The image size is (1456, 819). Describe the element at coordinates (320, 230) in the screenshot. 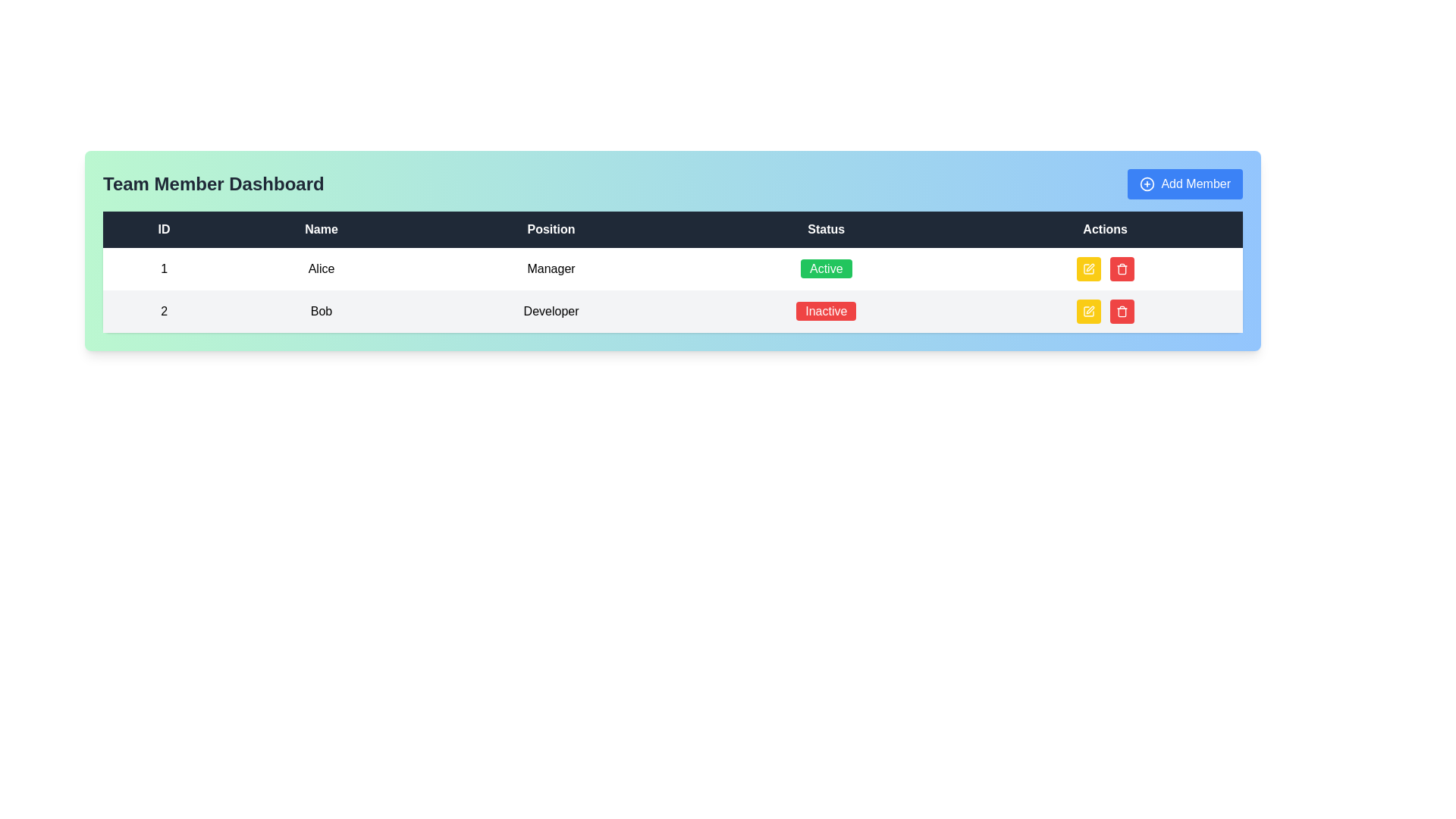

I see `the 'Name' header in the table, which is displayed in white font against a dark background, located between the 'ID' and 'Position' headers` at that location.